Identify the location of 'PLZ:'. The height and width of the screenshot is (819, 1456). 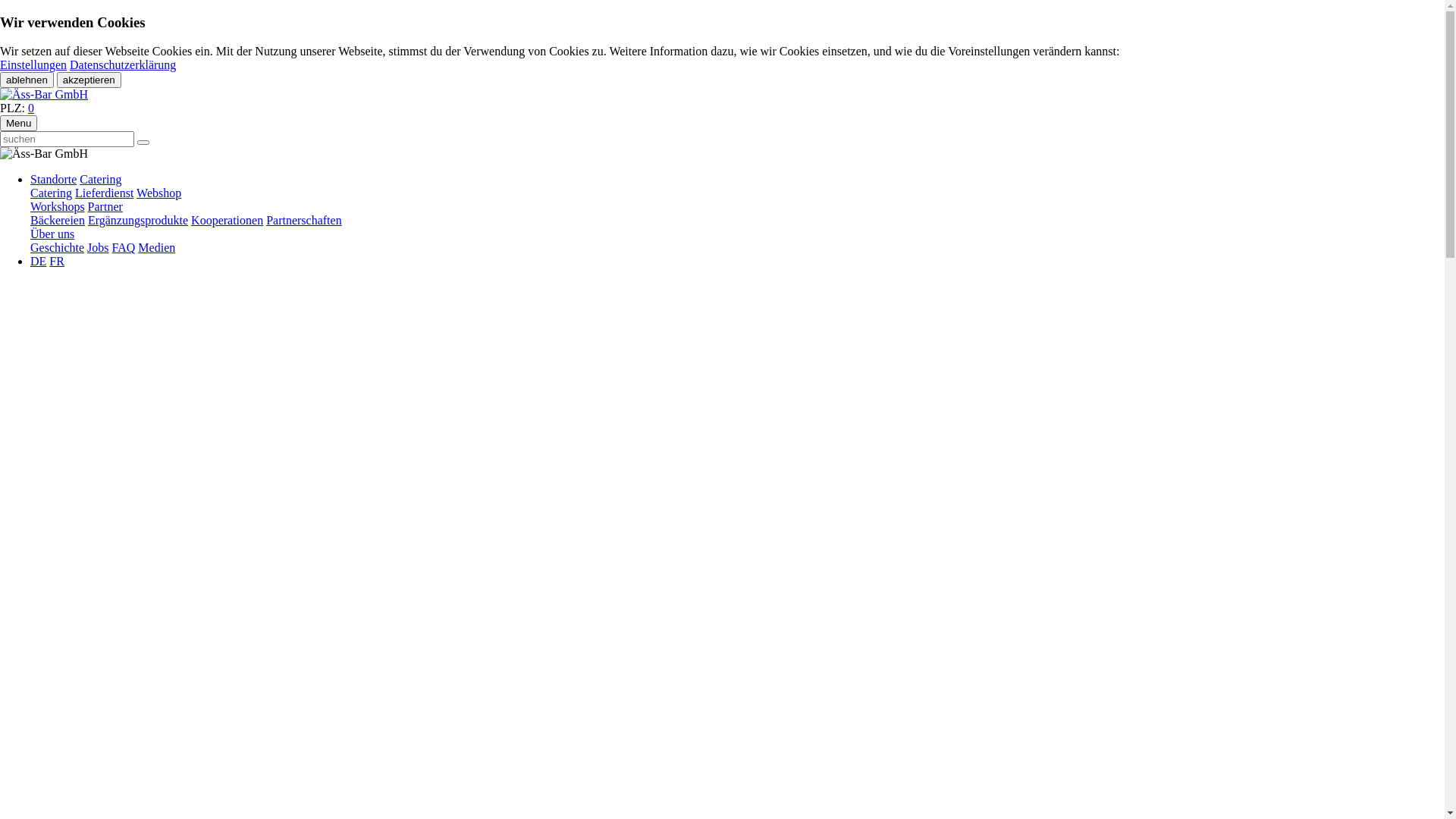
(0, 107).